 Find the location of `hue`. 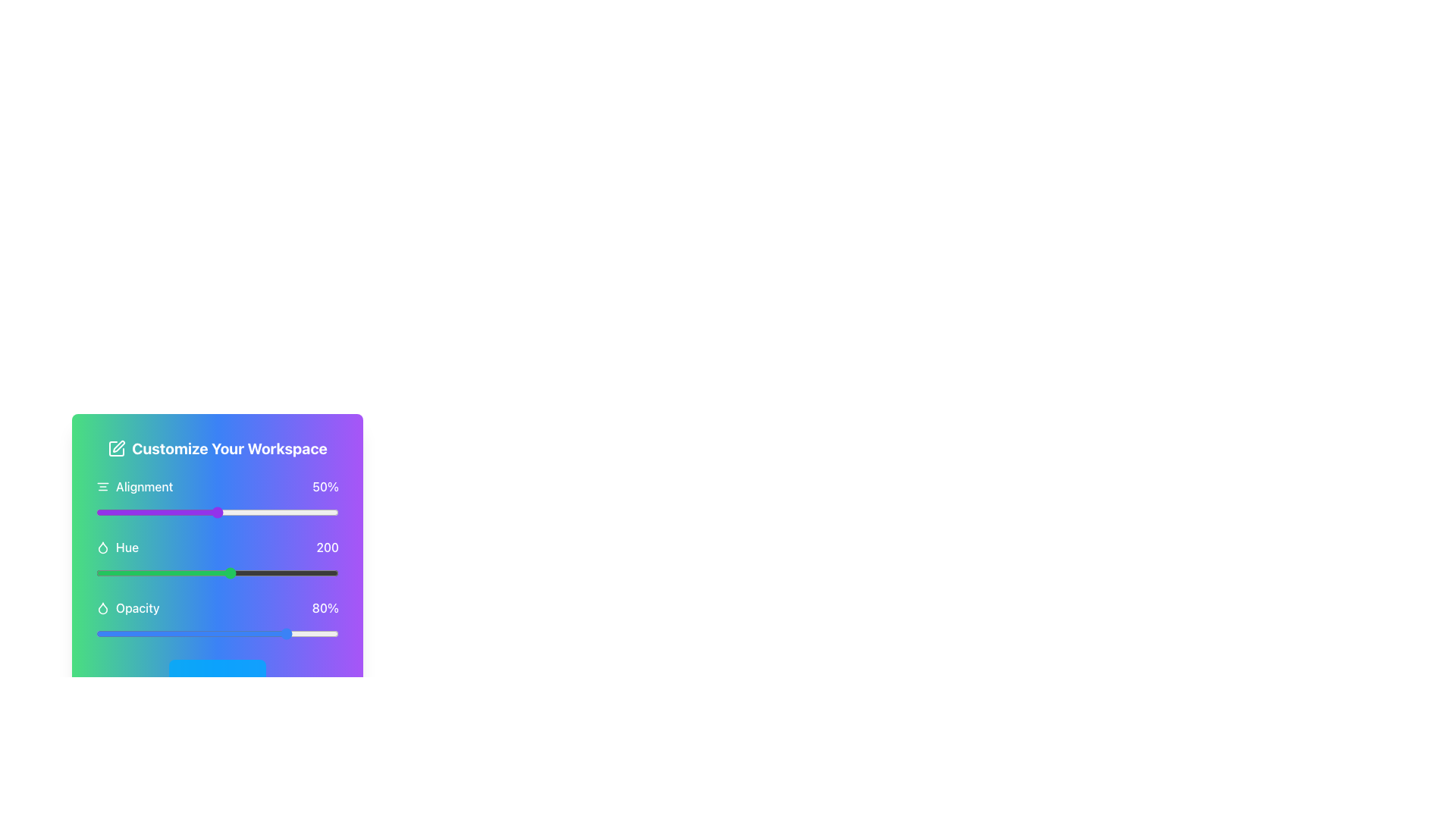

hue is located at coordinates (138, 573).